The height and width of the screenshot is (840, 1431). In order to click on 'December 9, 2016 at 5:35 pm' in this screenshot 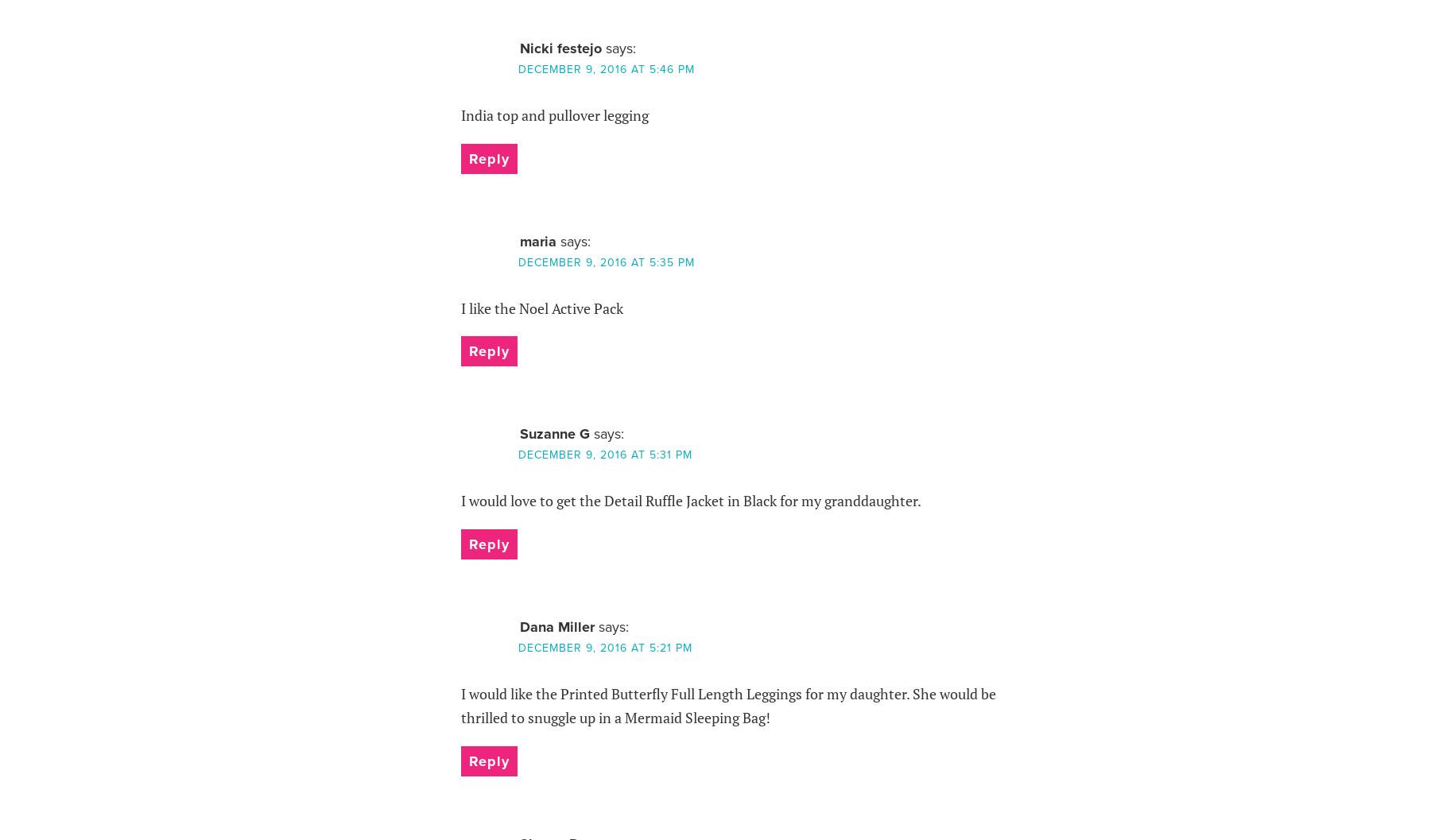, I will do `click(604, 261)`.